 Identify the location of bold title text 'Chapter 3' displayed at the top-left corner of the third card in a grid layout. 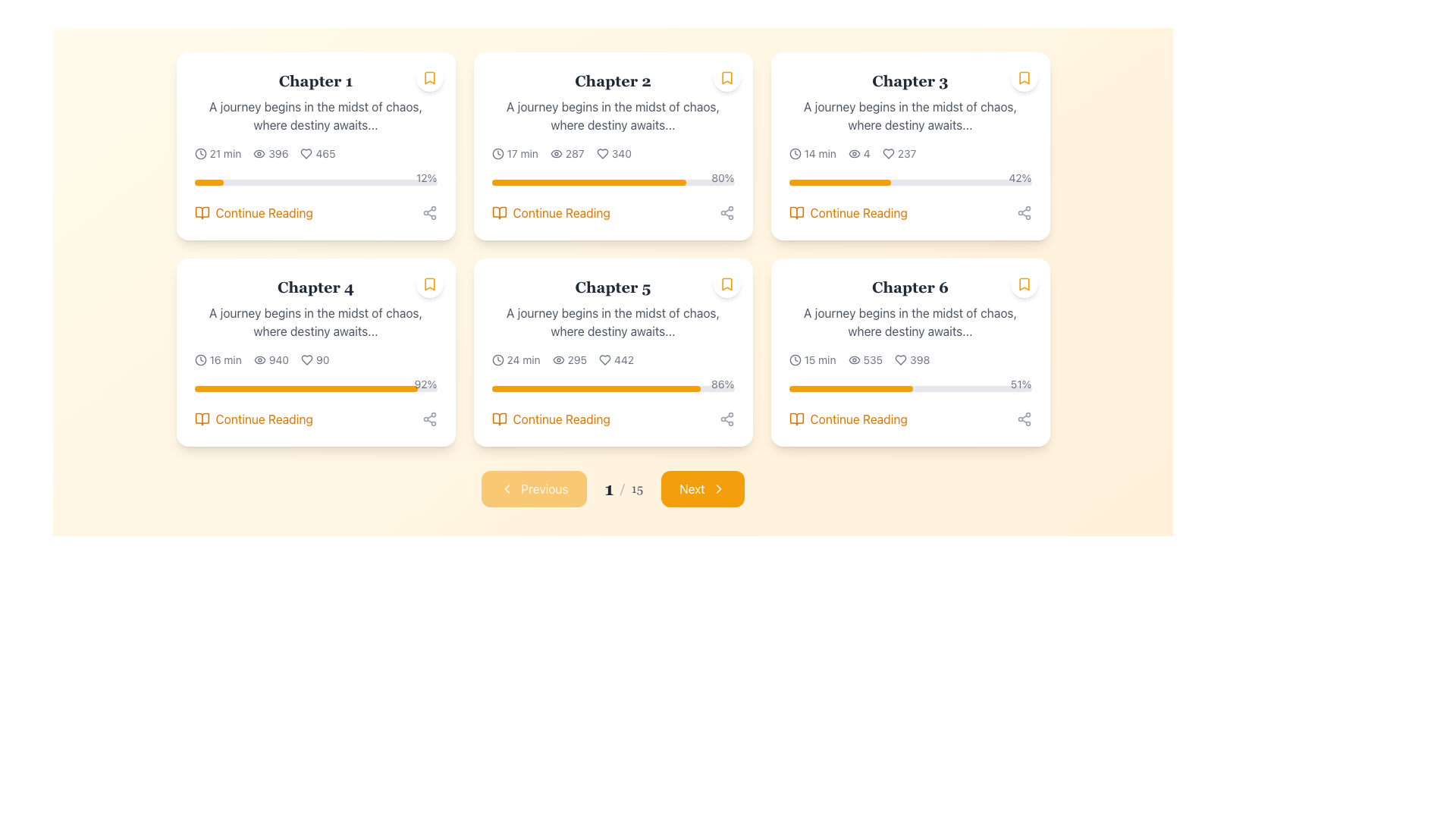
(910, 81).